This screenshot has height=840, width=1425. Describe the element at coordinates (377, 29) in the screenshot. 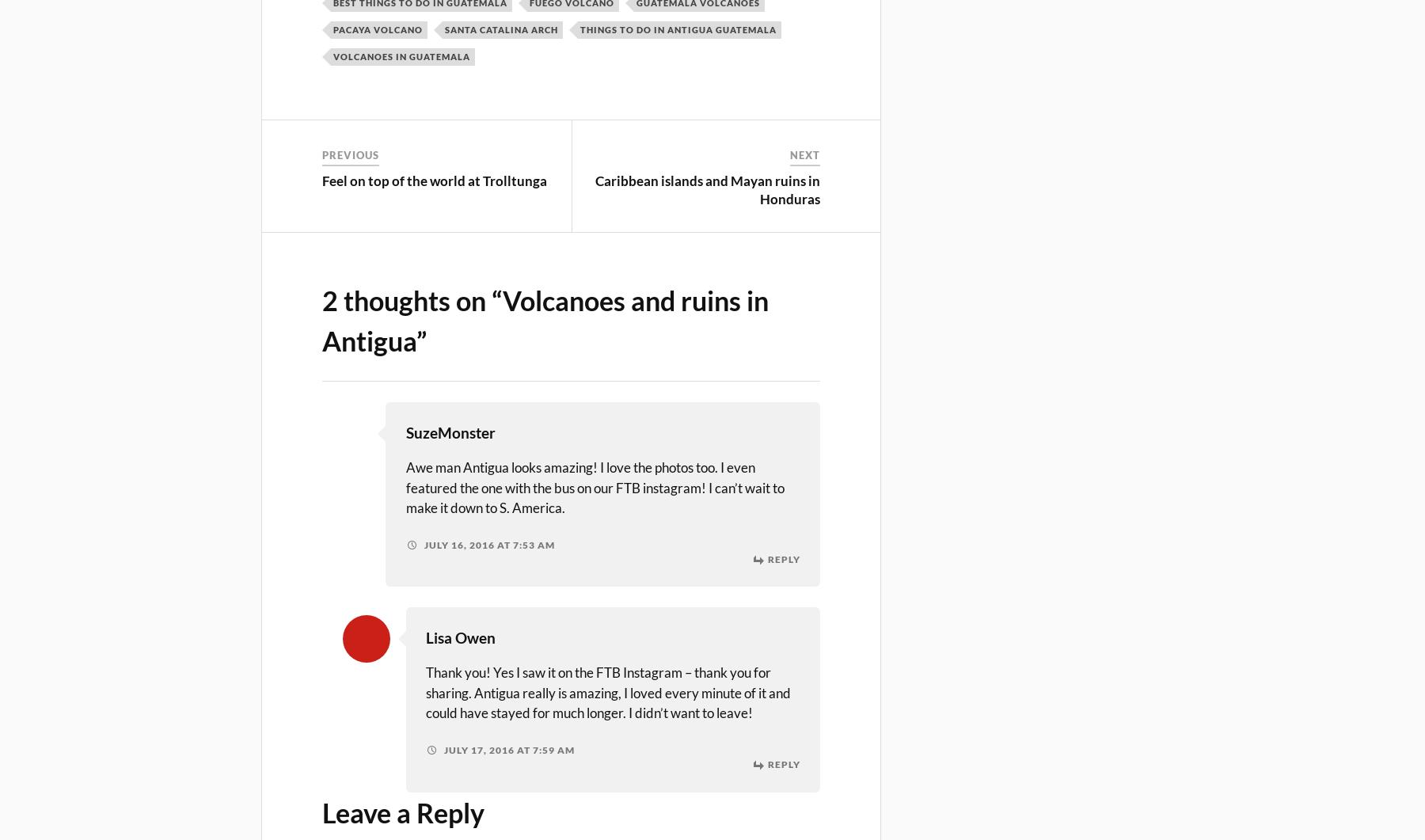

I see `'pacaya volcano'` at that location.